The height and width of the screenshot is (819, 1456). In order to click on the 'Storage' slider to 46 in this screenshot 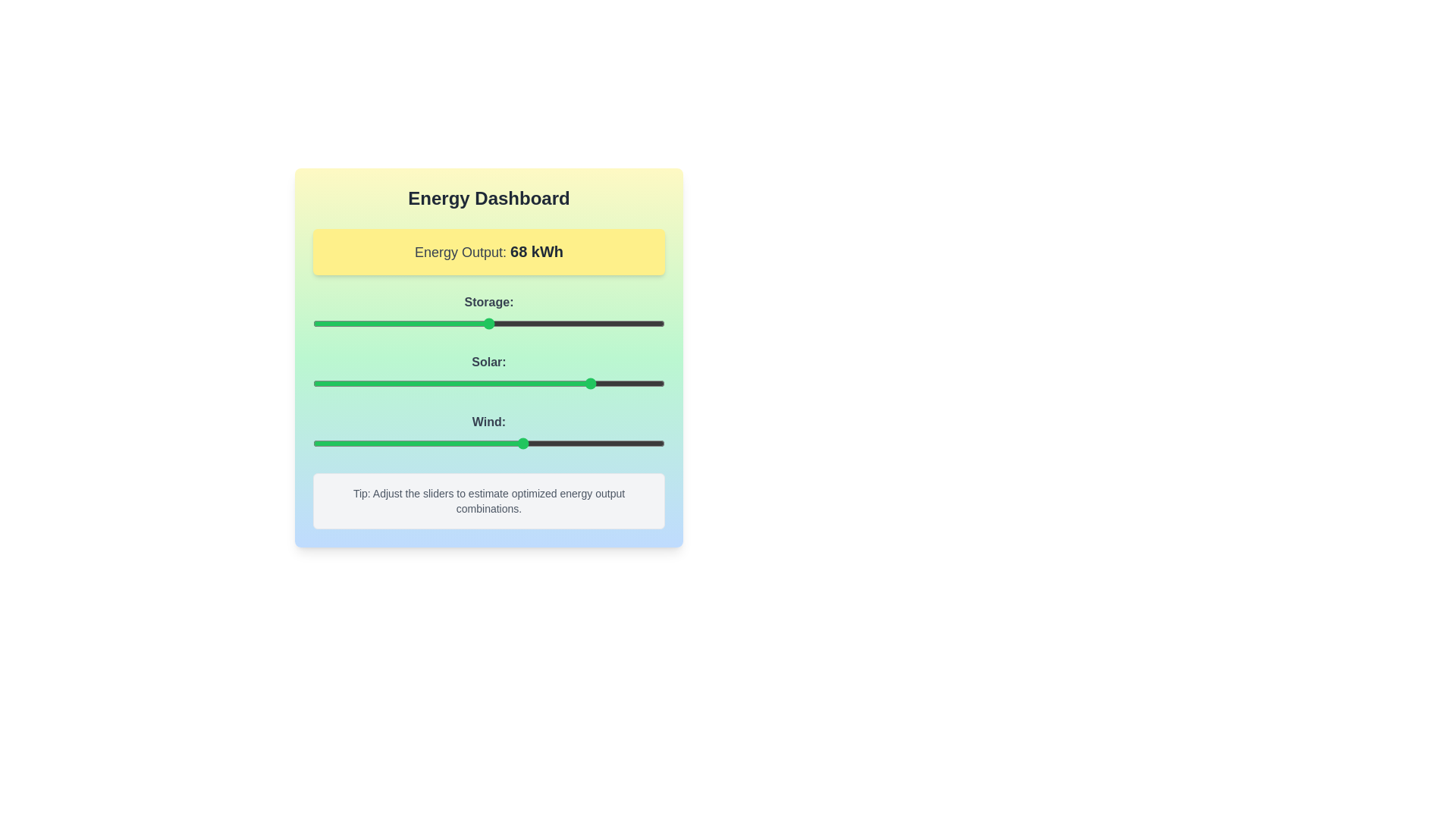, I will do `click(474, 323)`.